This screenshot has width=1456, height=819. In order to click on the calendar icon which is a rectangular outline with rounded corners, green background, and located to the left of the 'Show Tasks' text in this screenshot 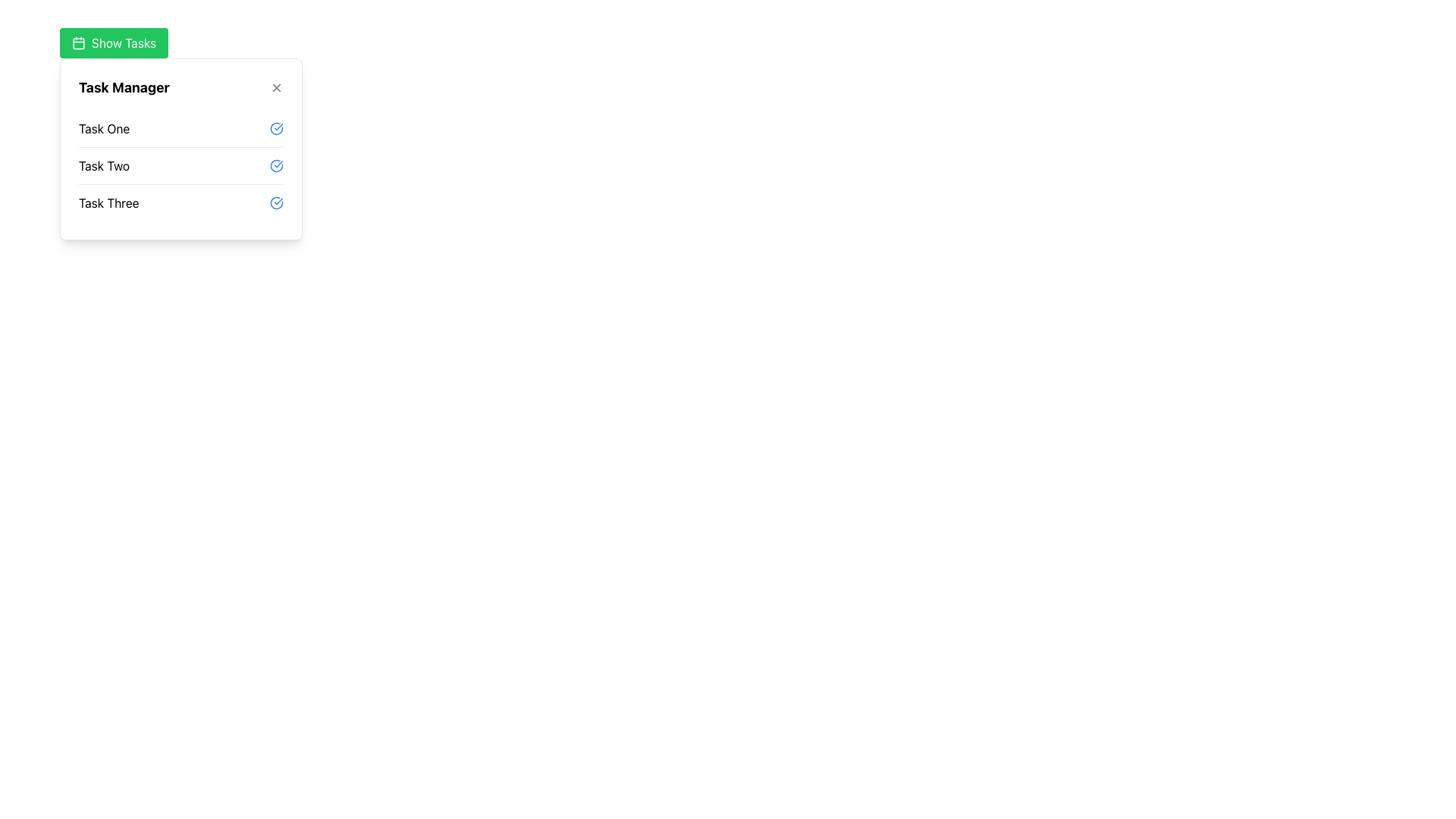, I will do `click(78, 42)`.